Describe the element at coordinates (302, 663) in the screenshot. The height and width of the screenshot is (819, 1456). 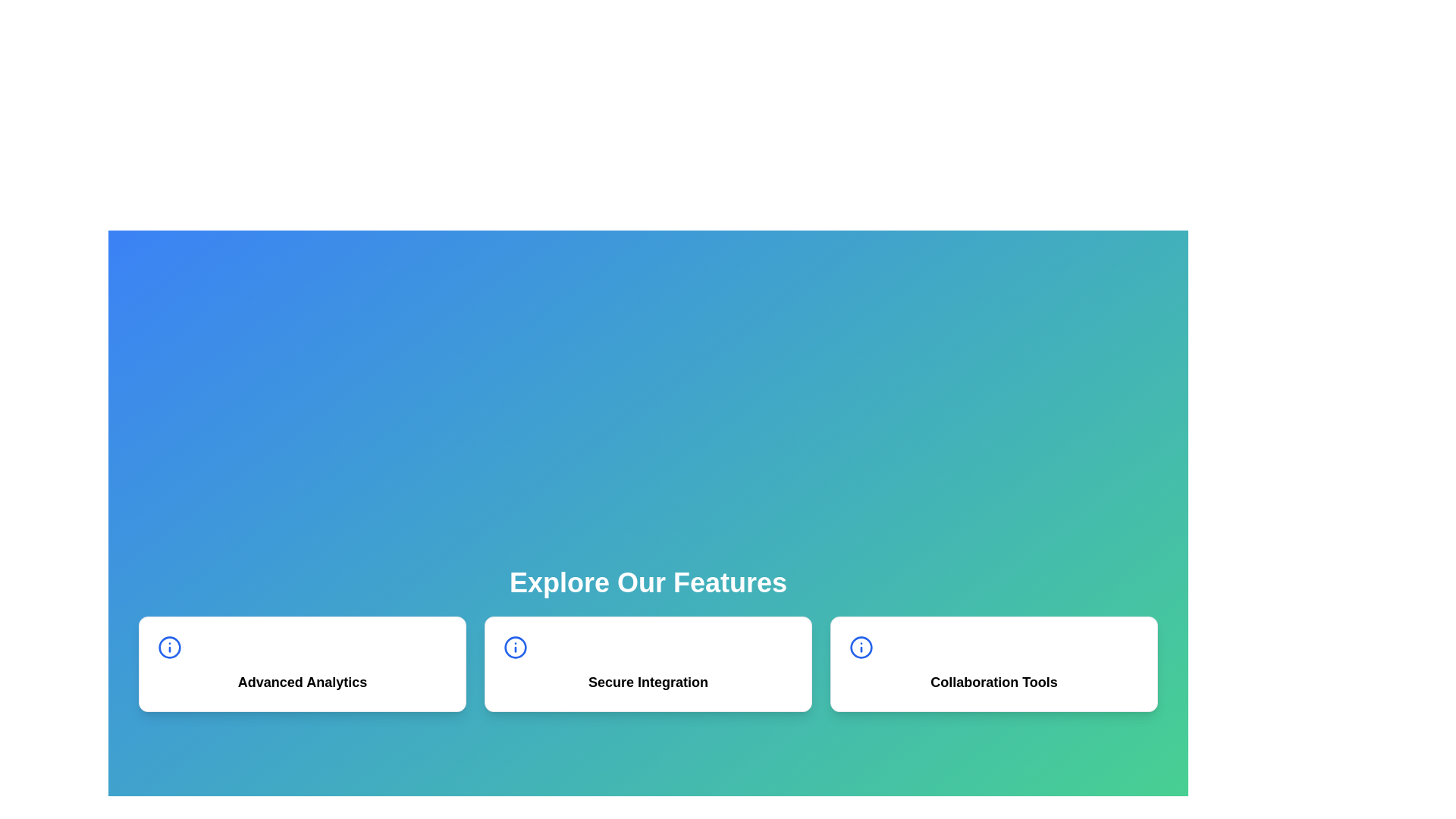
I see `the Informational card or tile that provides access to advanced analytics features, located in the top-left corner of the highlighted section` at that location.